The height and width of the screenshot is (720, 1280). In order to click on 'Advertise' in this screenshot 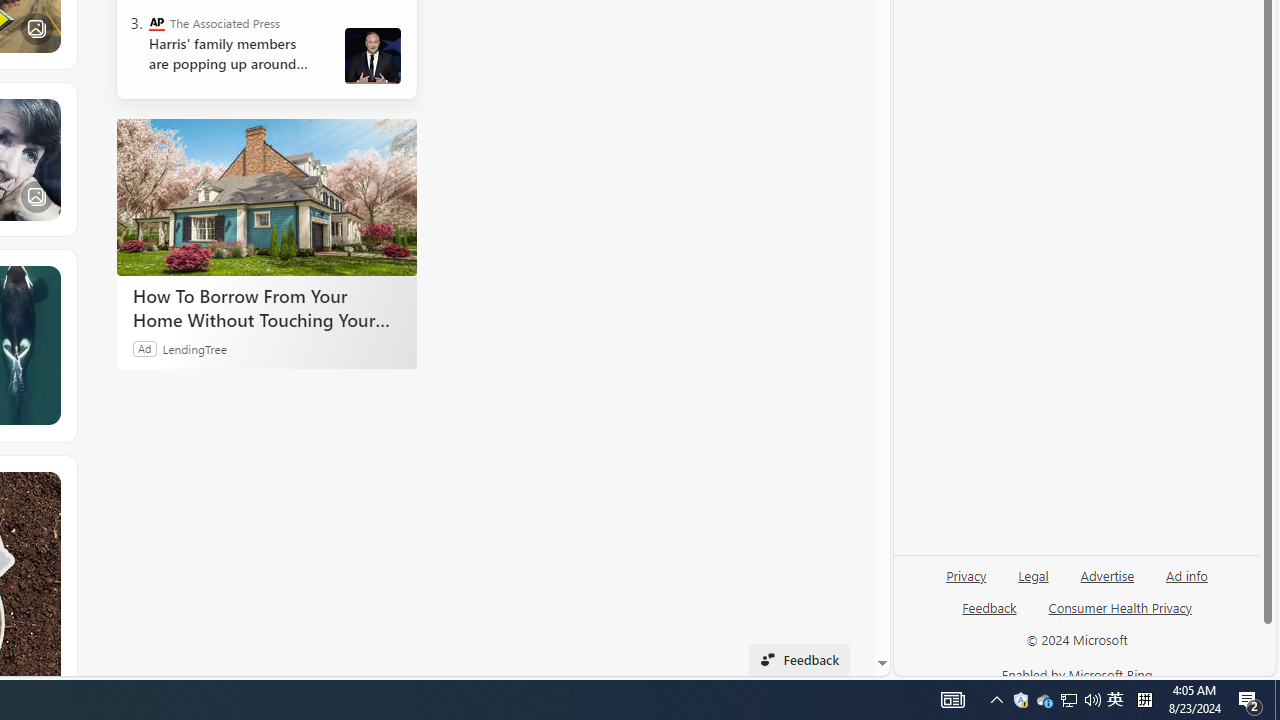, I will do `click(1106, 583)`.